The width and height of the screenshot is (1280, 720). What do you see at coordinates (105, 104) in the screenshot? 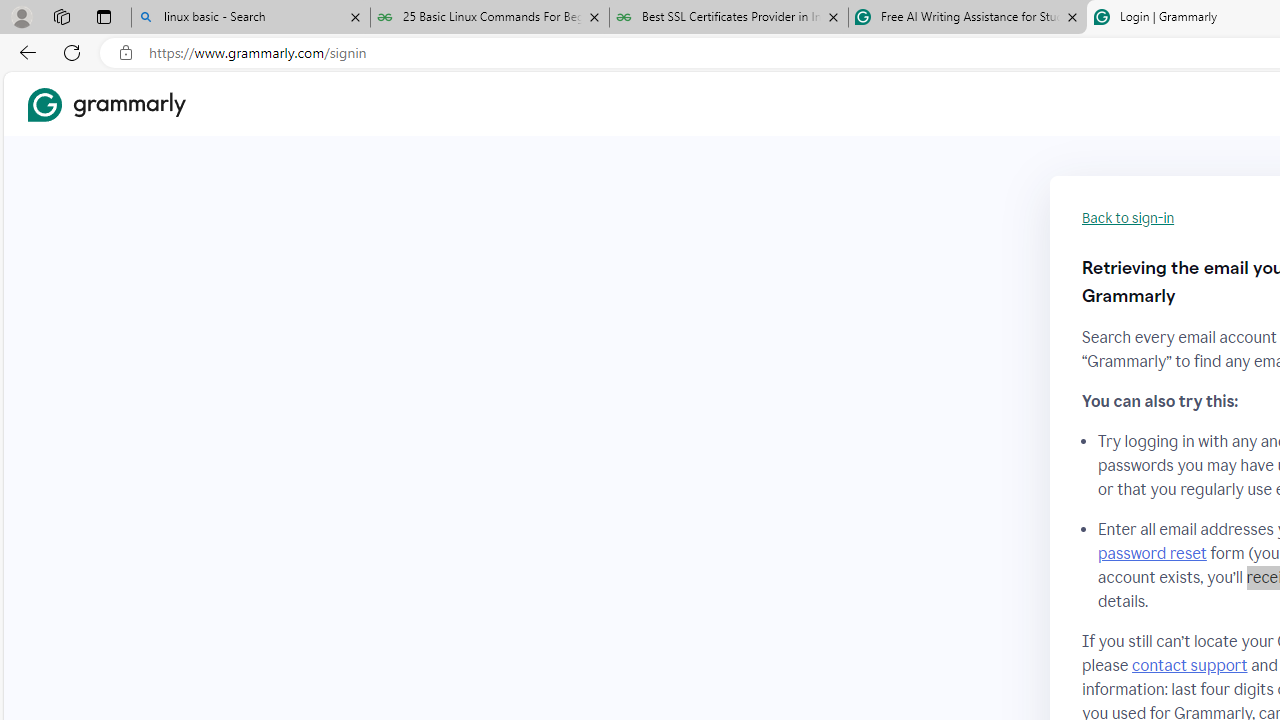
I see `'Grammarly Home'` at bounding box center [105, 104].